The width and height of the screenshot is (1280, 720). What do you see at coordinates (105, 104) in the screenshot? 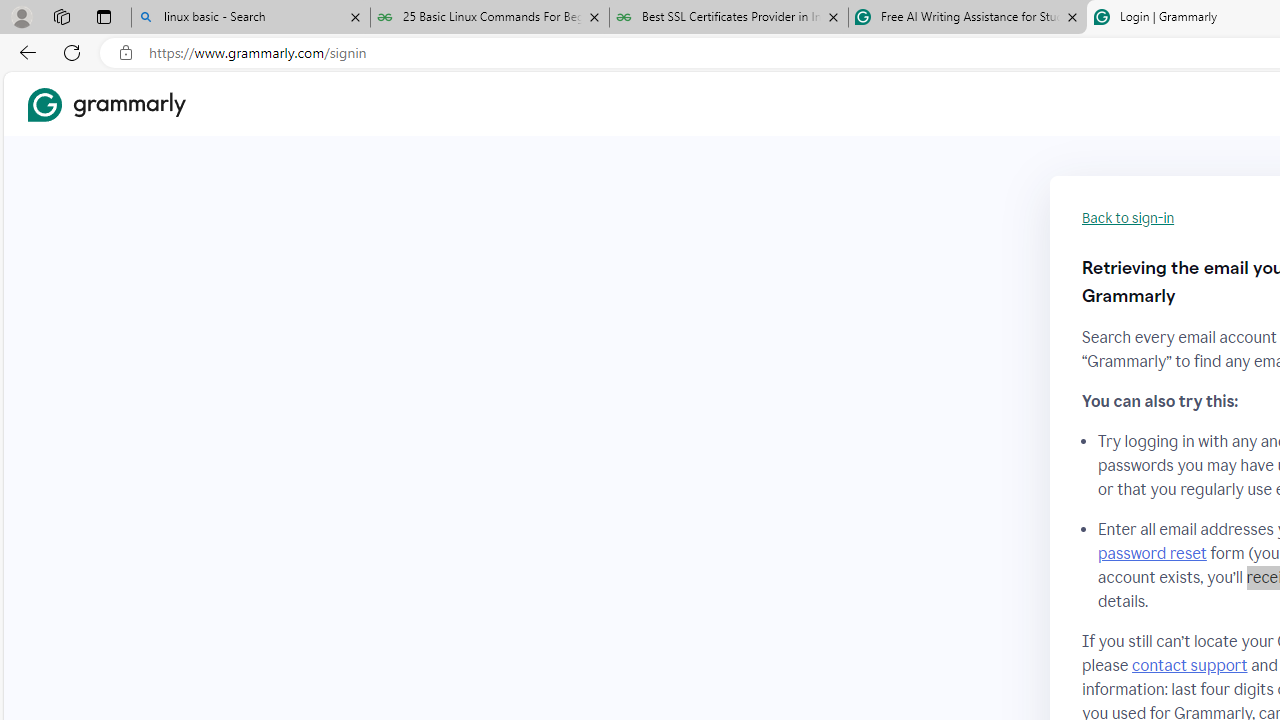
I see `'Grammarly Home'` at bounding box center [105, 104].